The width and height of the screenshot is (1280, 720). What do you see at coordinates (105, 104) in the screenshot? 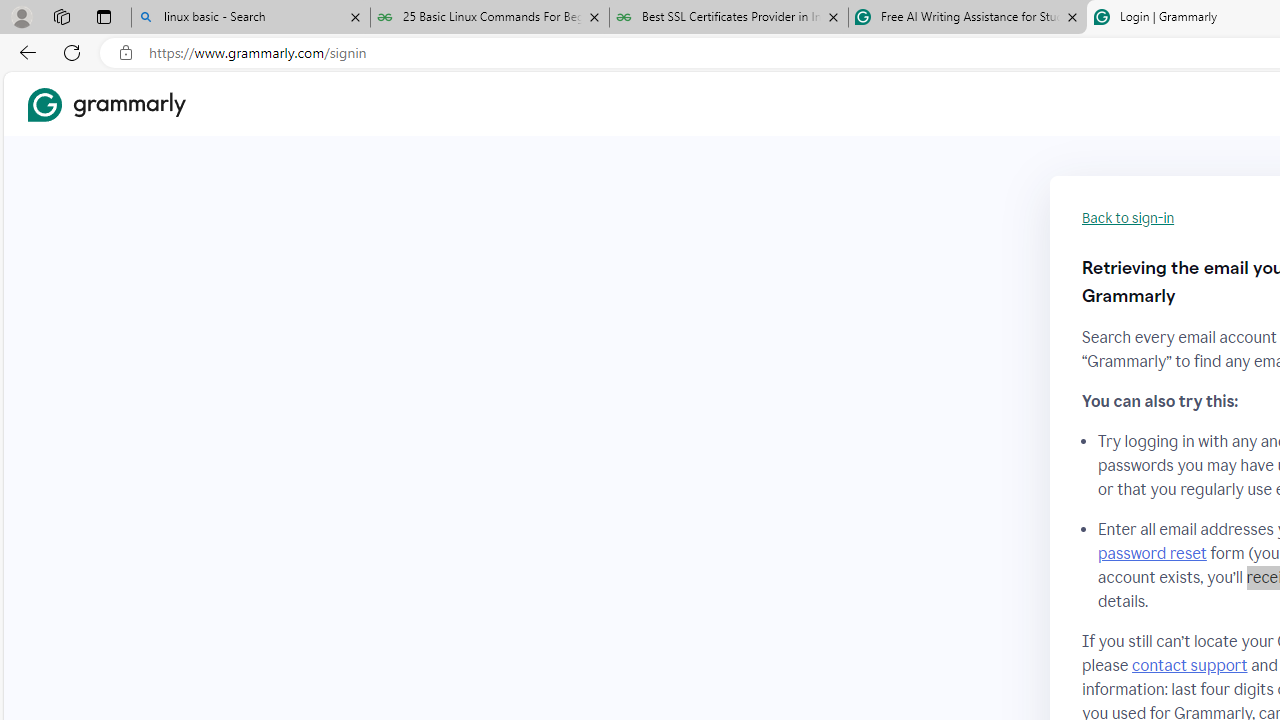
I see `'Grammarly Home'` at bounding box center [105, 104].